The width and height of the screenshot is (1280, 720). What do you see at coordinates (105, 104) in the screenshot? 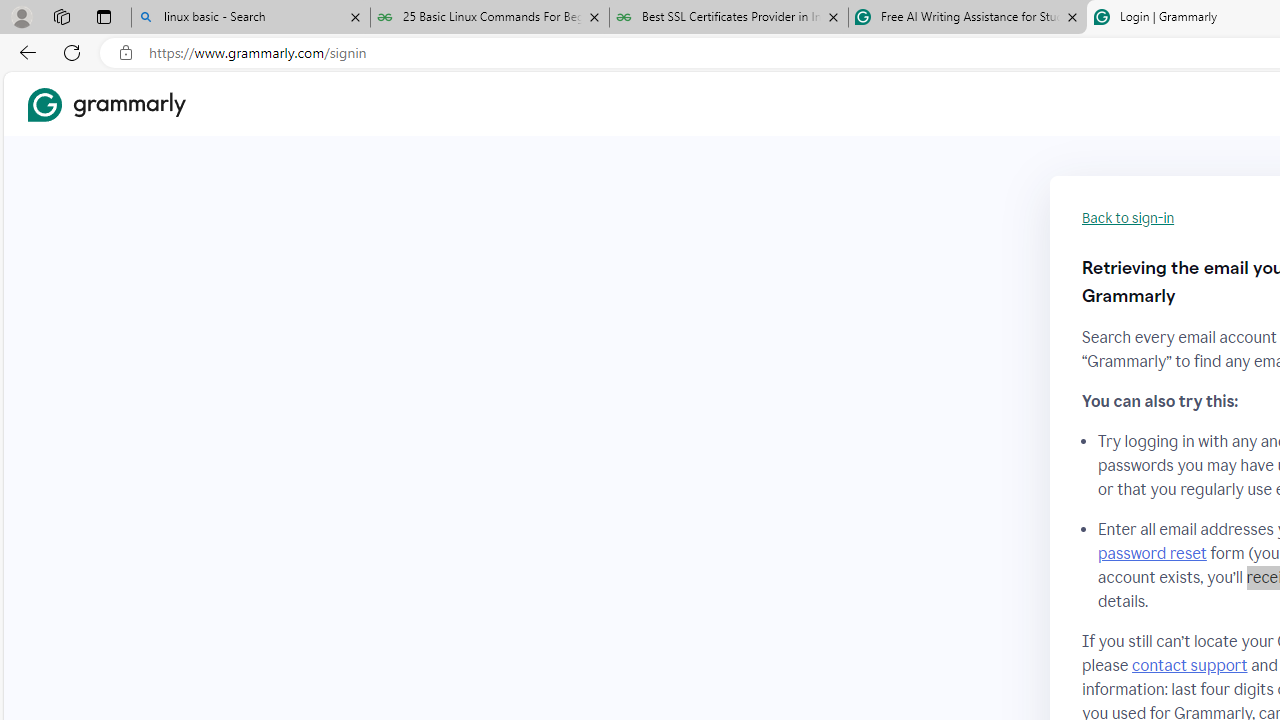
I see `'Grammarly Home'` at bounding box center [105, 104].